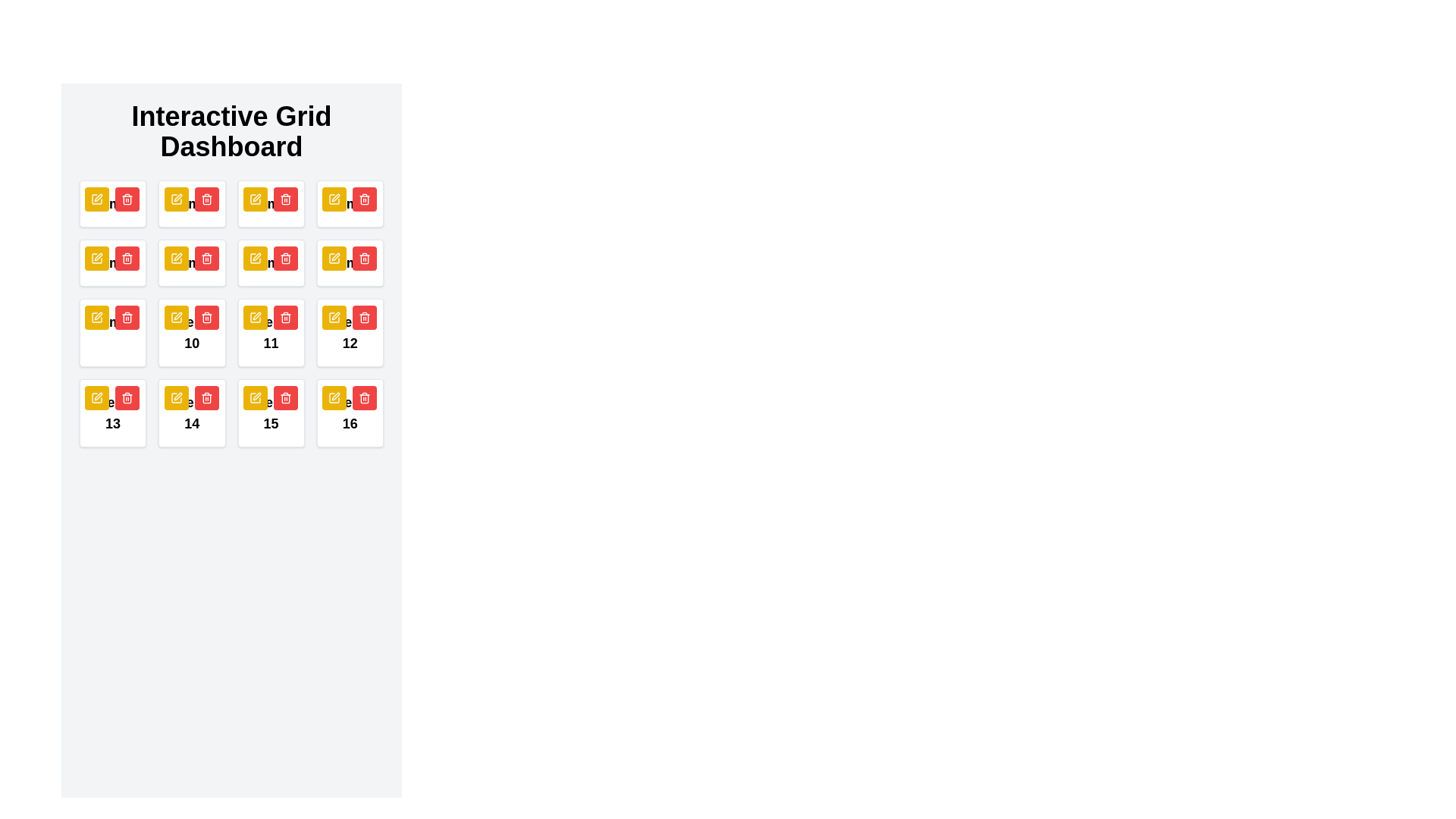 Image resolution: width=1456 pixels, height=819 pixels. Describe the element at coordinates (349, 262) in the screenshot. I see `the delete button associated with 'Item 8' to initiate the delete action` at that location.